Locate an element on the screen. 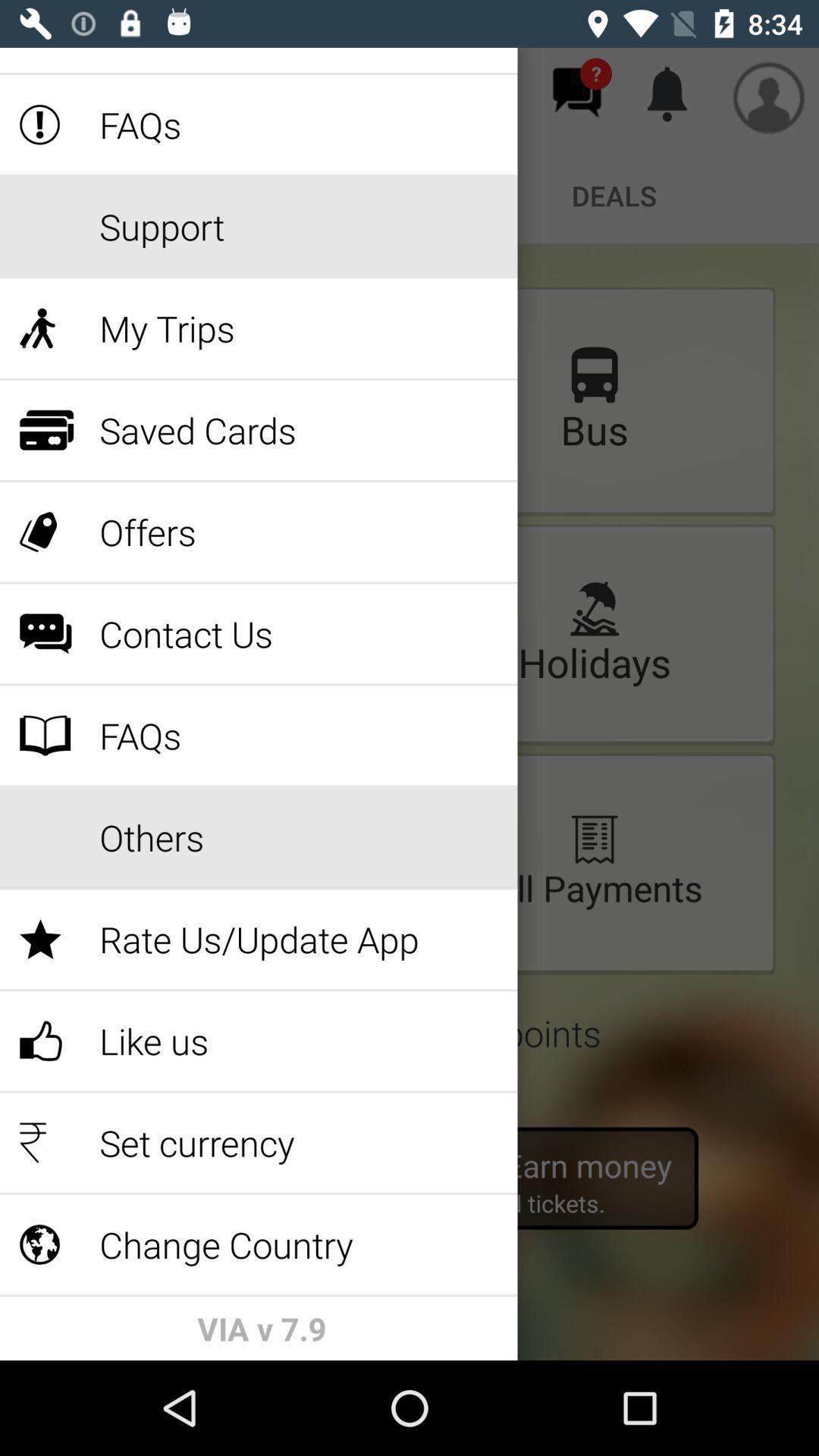  the chat icon is located at coordinates (576, 92).